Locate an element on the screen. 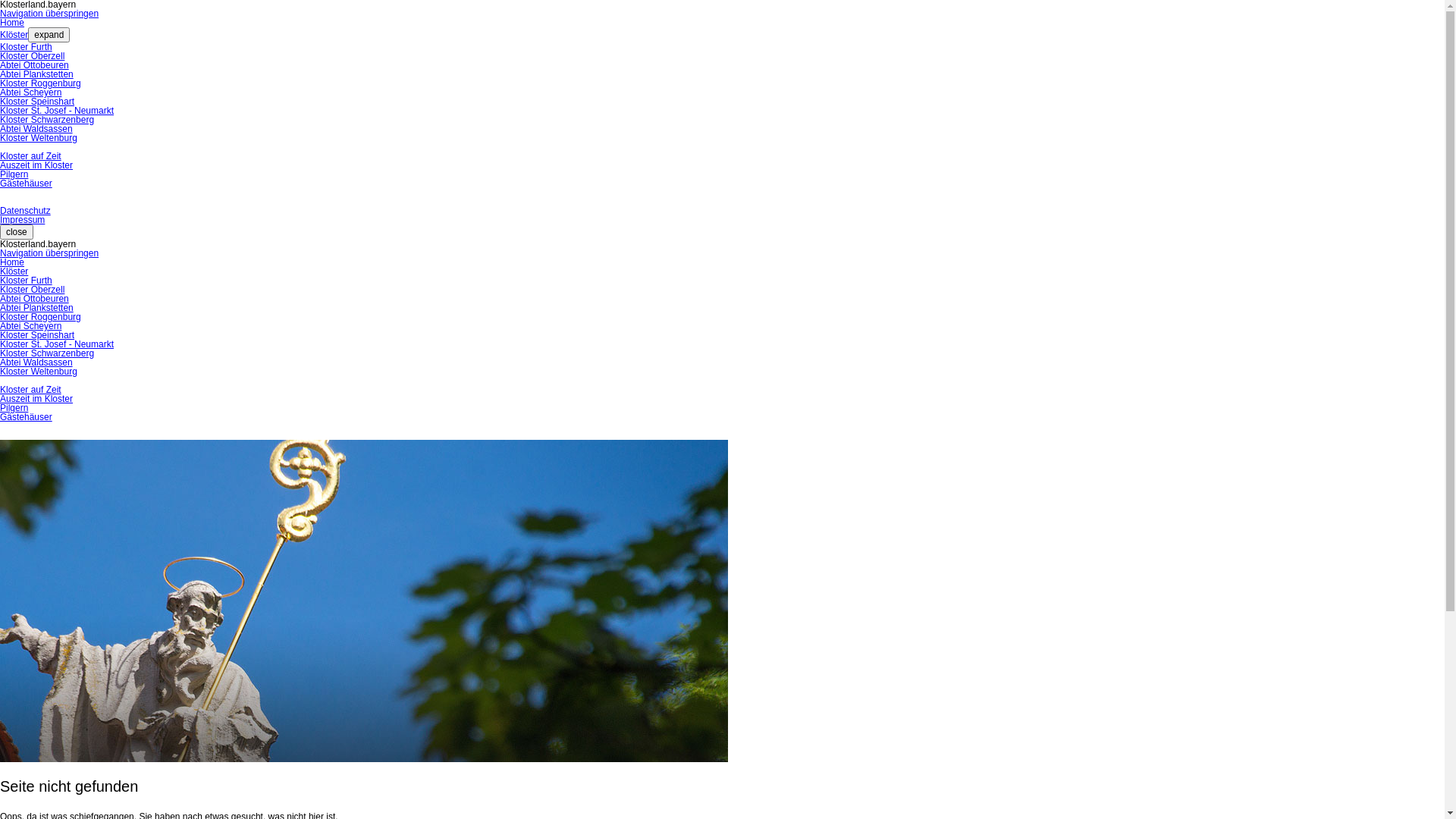  'Kloster Weltenburg' is located at coordinates (0, 371).